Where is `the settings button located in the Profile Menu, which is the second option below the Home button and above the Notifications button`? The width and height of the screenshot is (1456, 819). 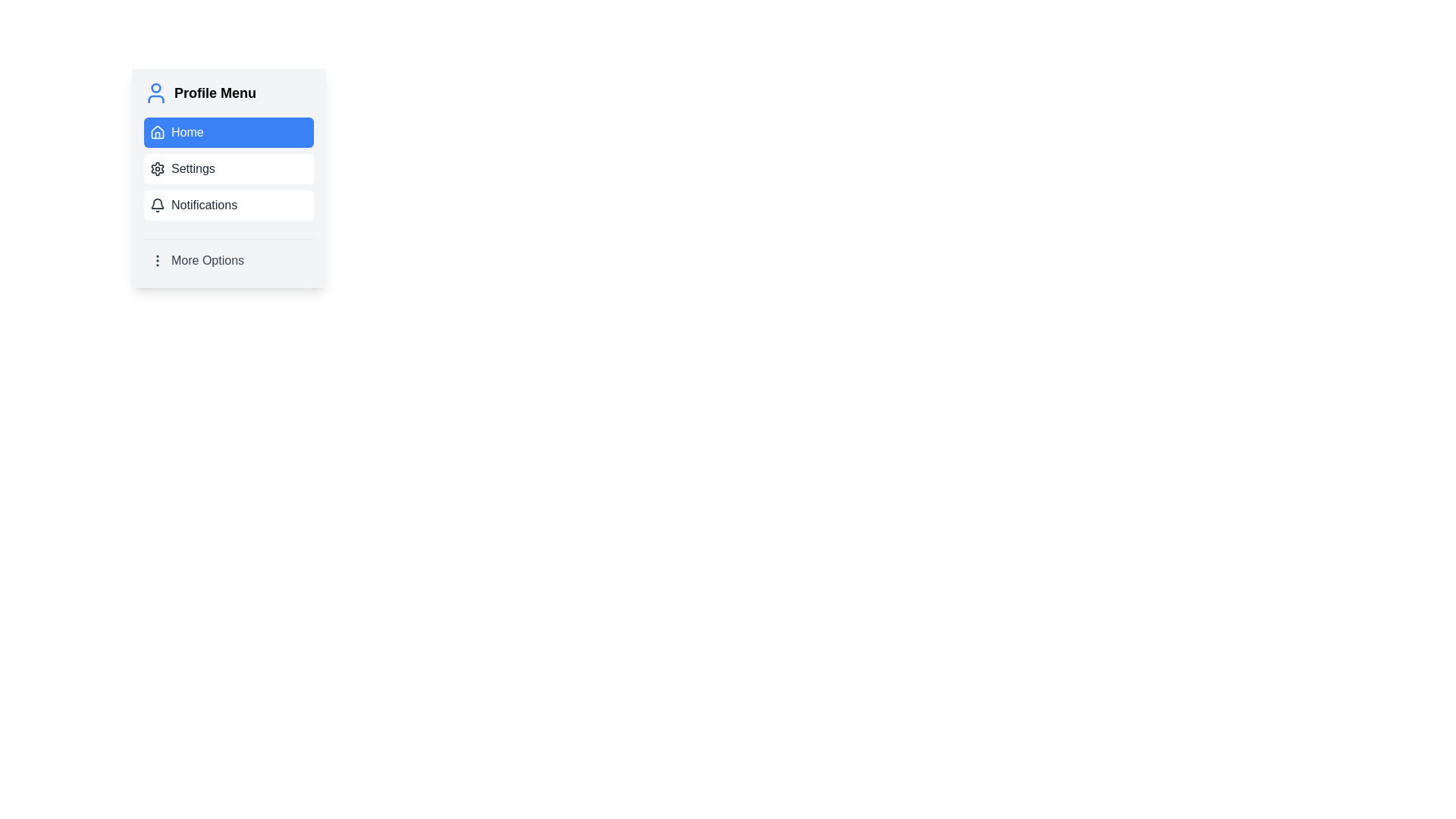
the settings button located in the Profile Menu, which is the second option below the Home button and above the Notifications button is located at coordinates (228, 169).